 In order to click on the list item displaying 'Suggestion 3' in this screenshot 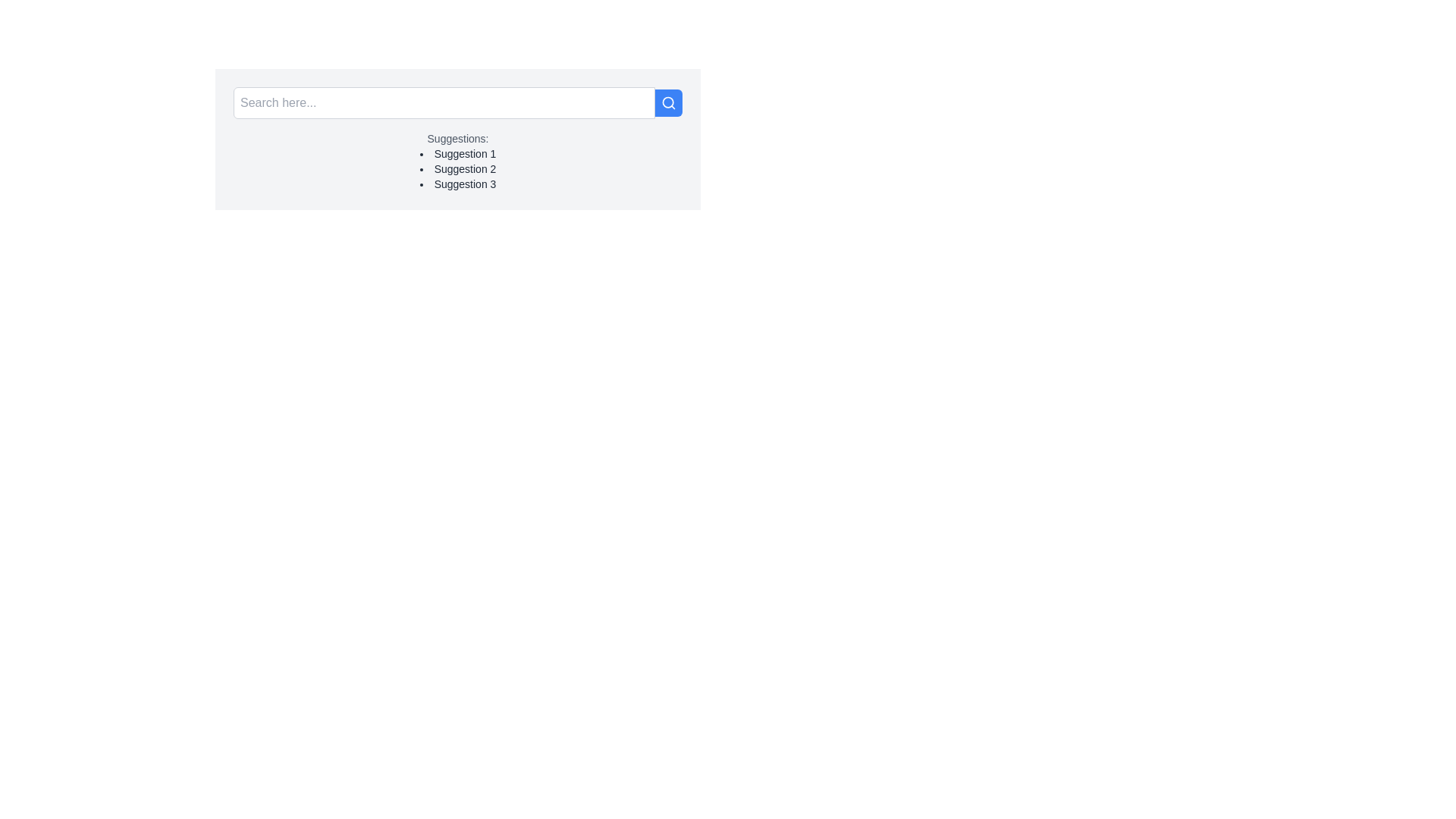, I will do `click(457, 184)`.